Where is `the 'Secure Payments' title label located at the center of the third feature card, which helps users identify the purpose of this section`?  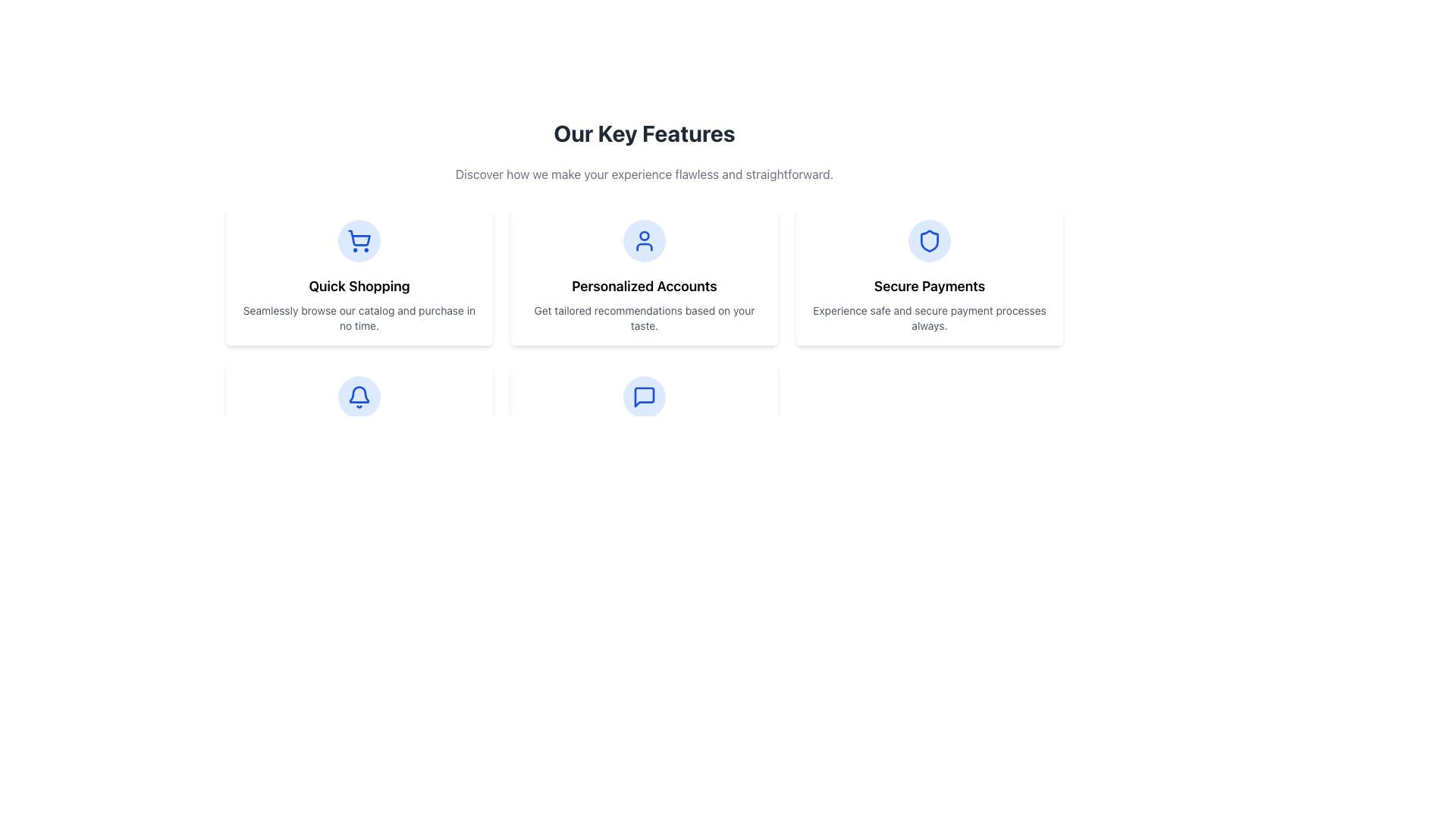 the 'Secure Payments' title label located at the center of the third feature card, which helps users identify the purpose of this section is located at coordinates (928, 287).